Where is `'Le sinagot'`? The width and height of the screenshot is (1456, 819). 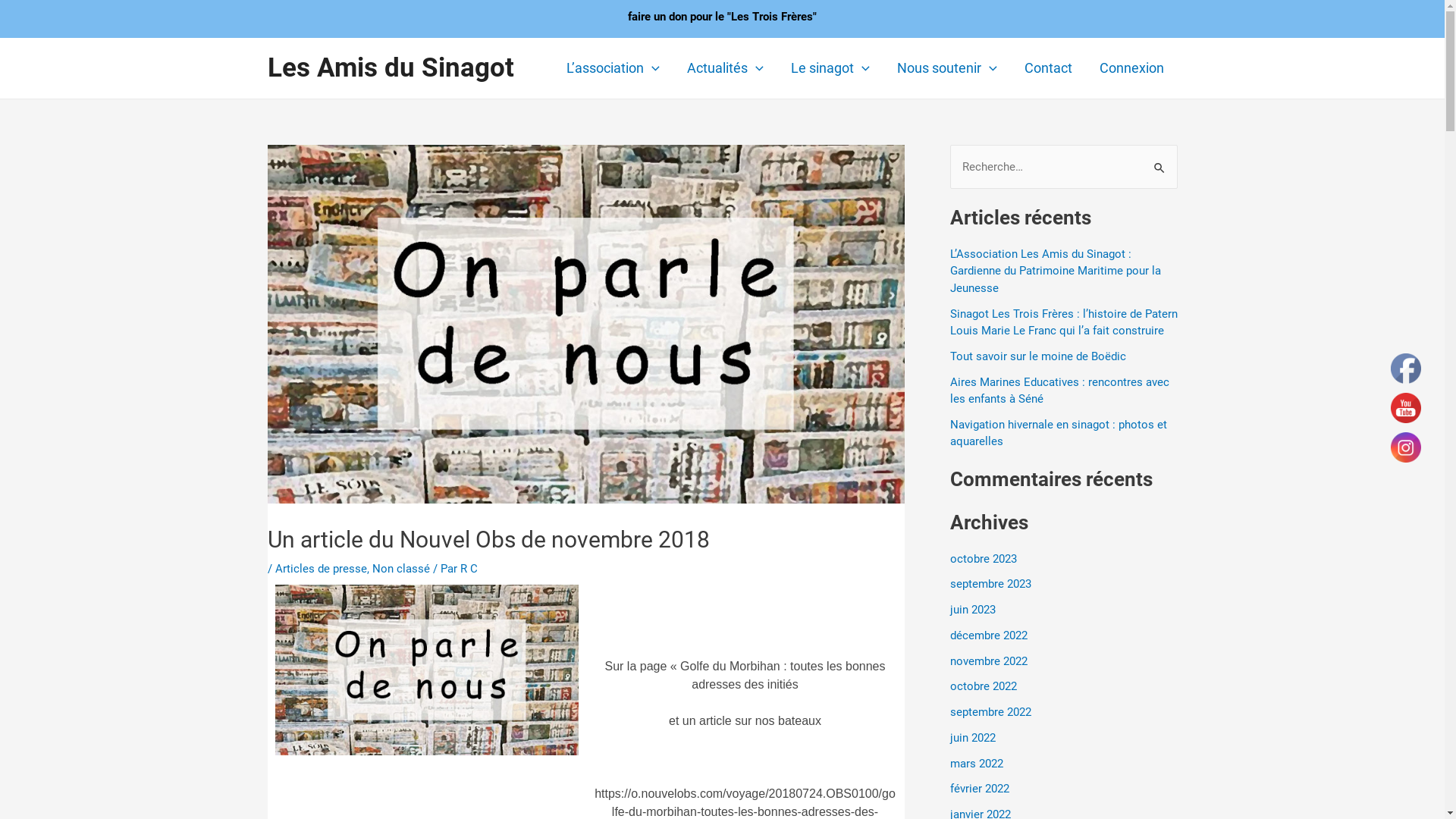 'Le sinagot' is located at coordinates (829, 67).